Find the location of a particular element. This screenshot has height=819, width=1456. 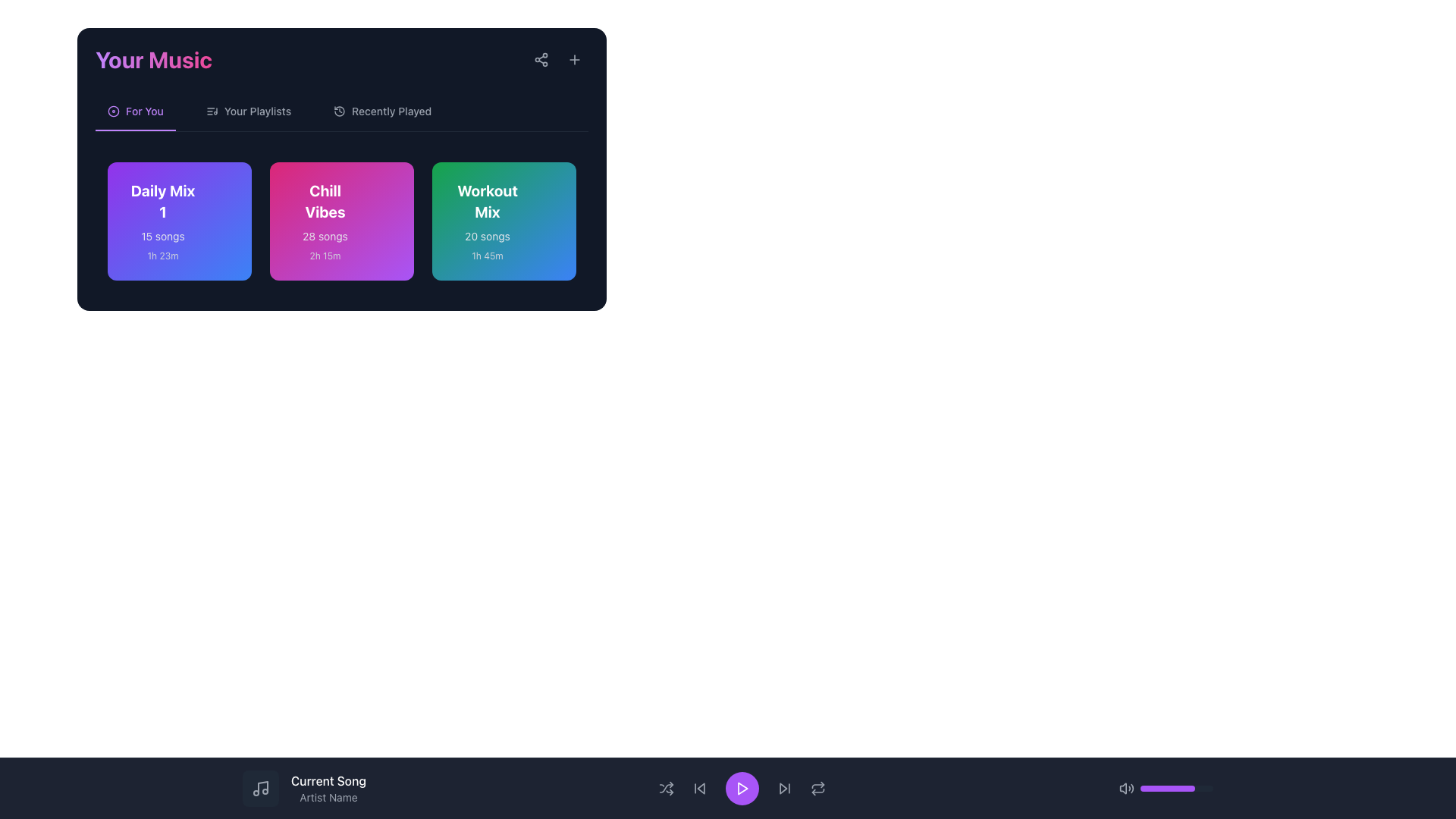

the skip button located immediately right of the play button in the media control icons is located at coordinates (785, 788).